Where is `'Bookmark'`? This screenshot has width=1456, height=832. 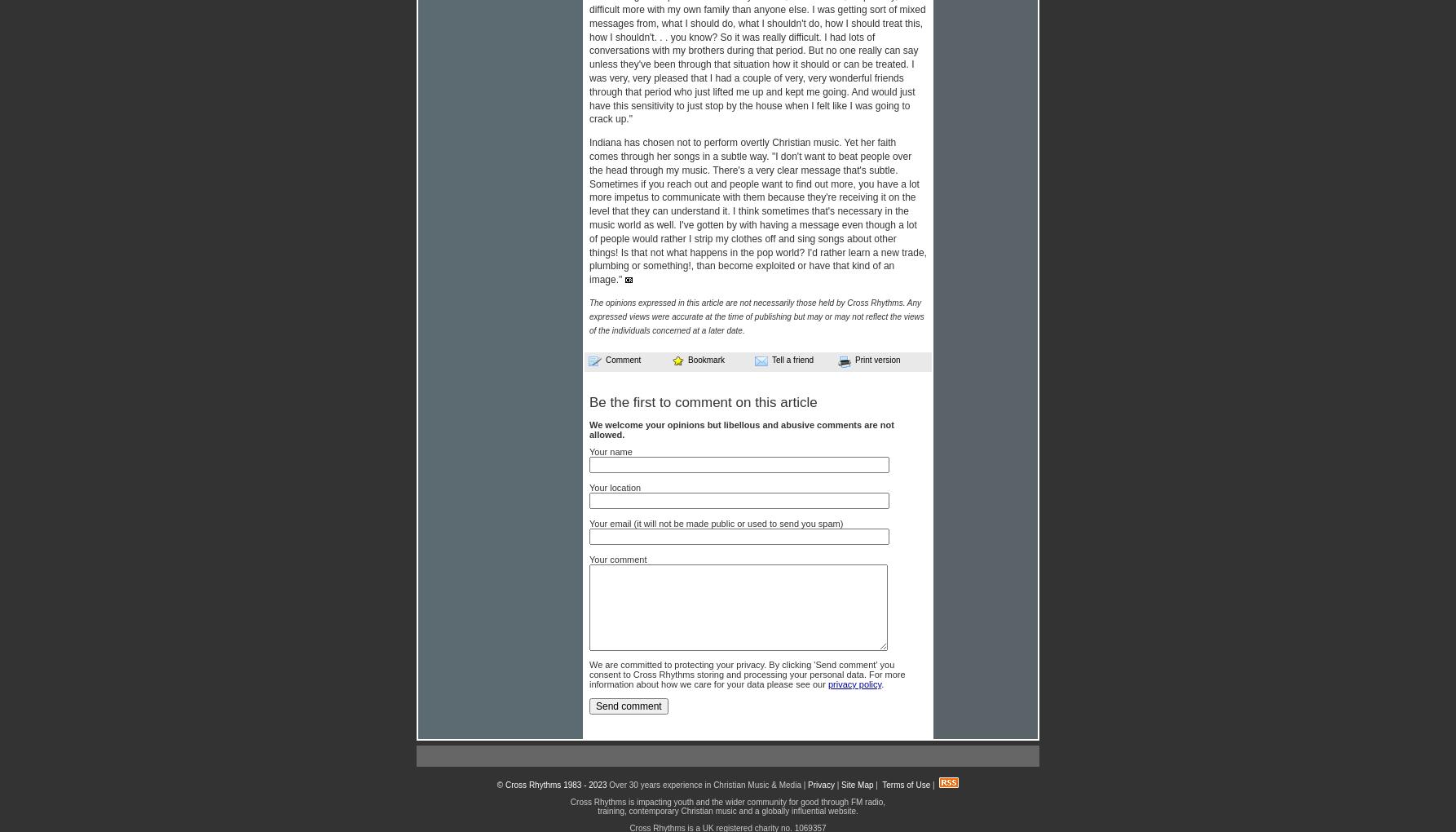 'Bookmark' is located at coordinates (687, 359).